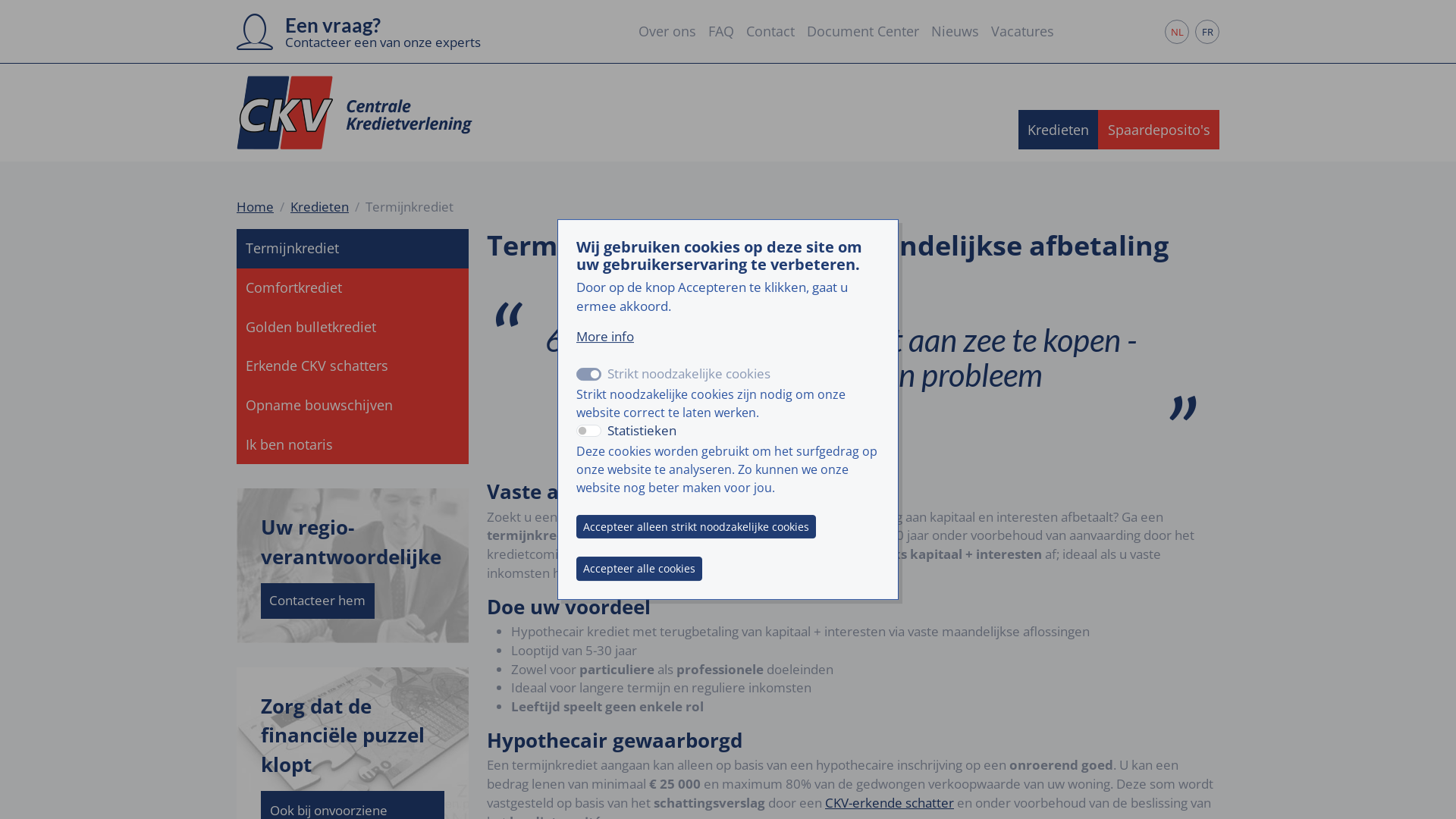 This screenshot has height=819, width=1456. Describe the element at coordinates (1057, 128) in the screenshot. I see `'Kredieten'` at that location.